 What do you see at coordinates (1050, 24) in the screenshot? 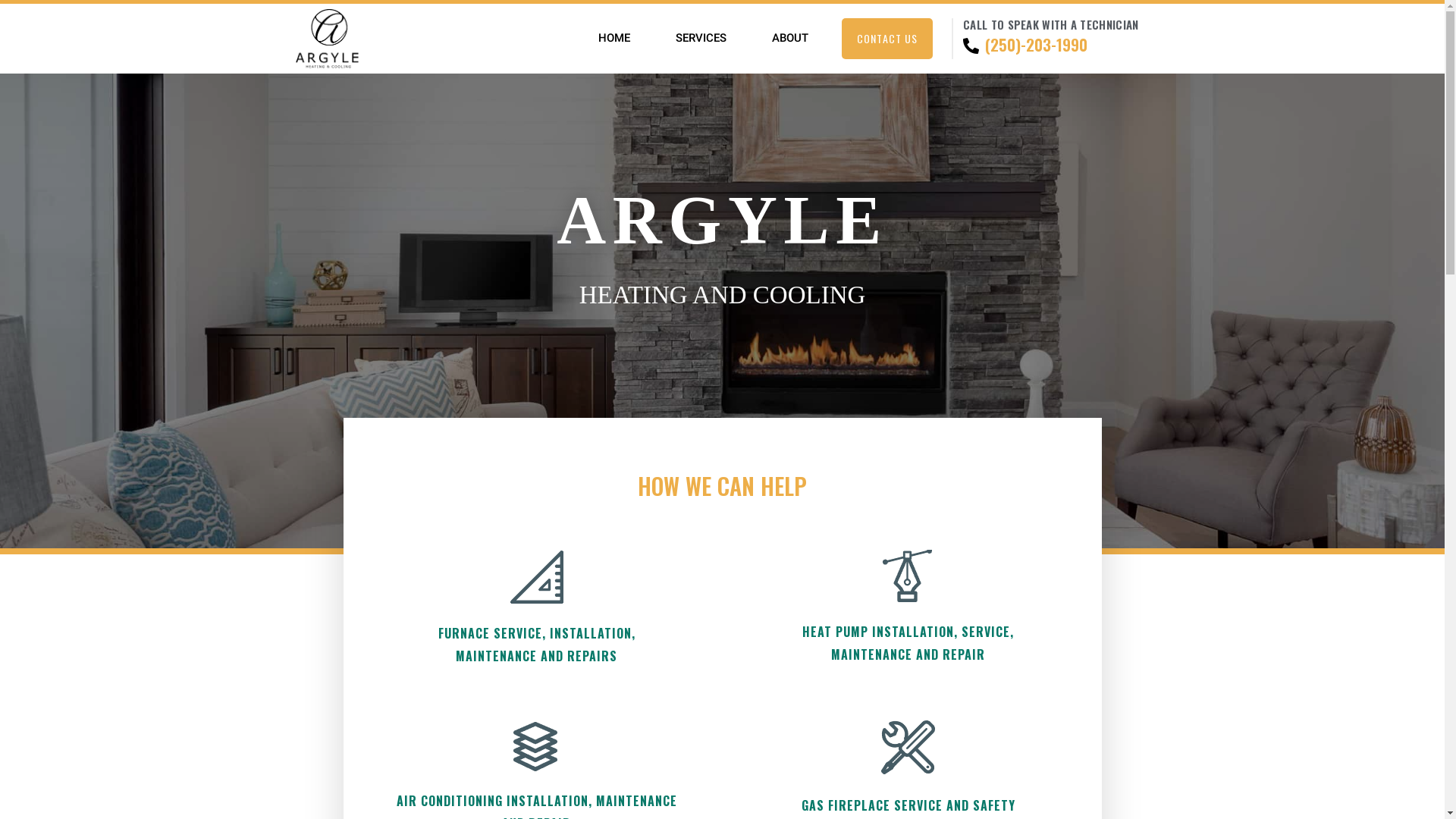
I see `'CALL TO SPEAK WITH A TECHNICIAN'` at bounding box center [1050, 24].